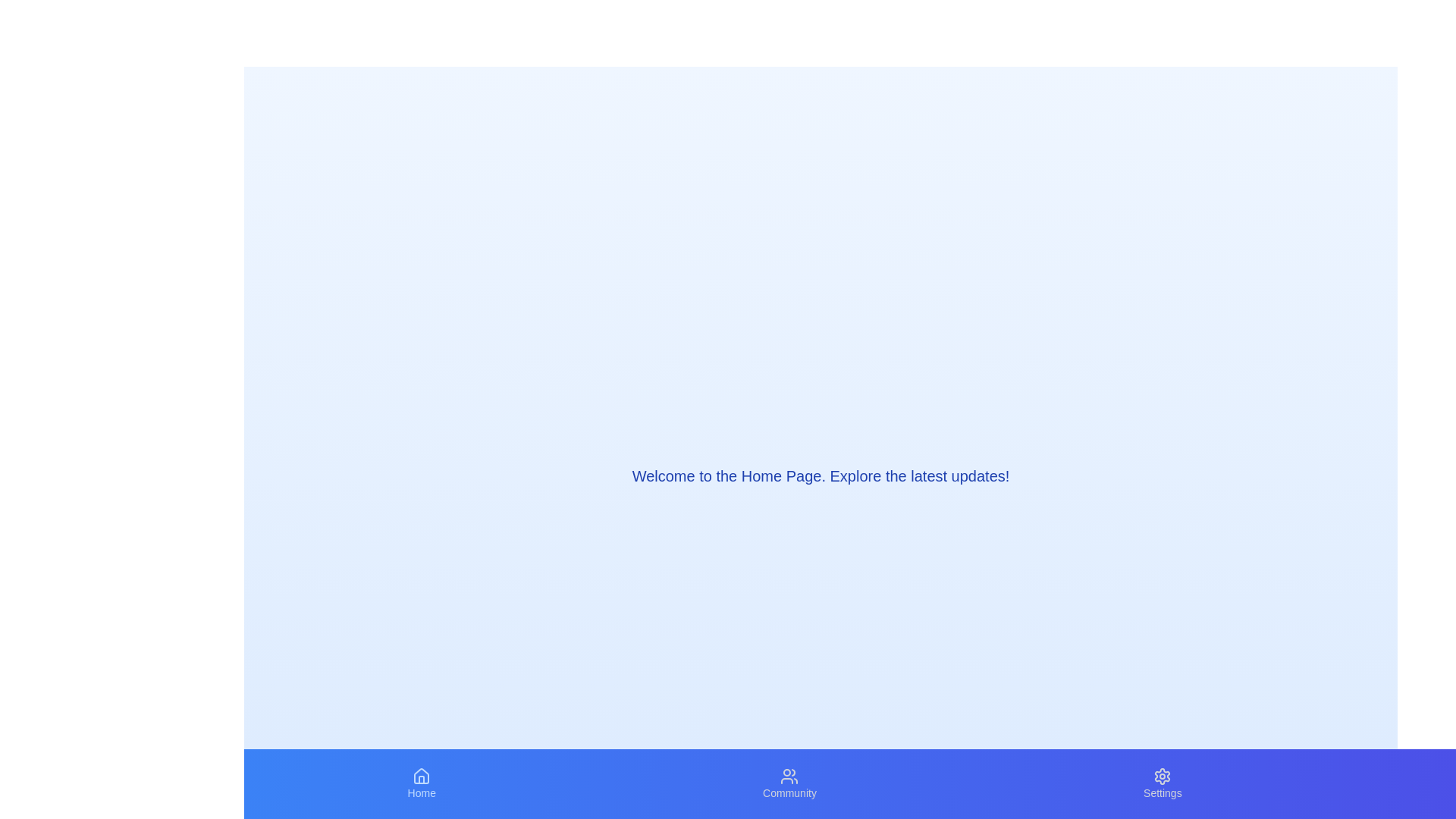 Image resolution: width=1456 pixels, height=819 pixels. I want to click on the 'Home' Navigation Button, which features a house icon and is colored blue, so click(422, 783).